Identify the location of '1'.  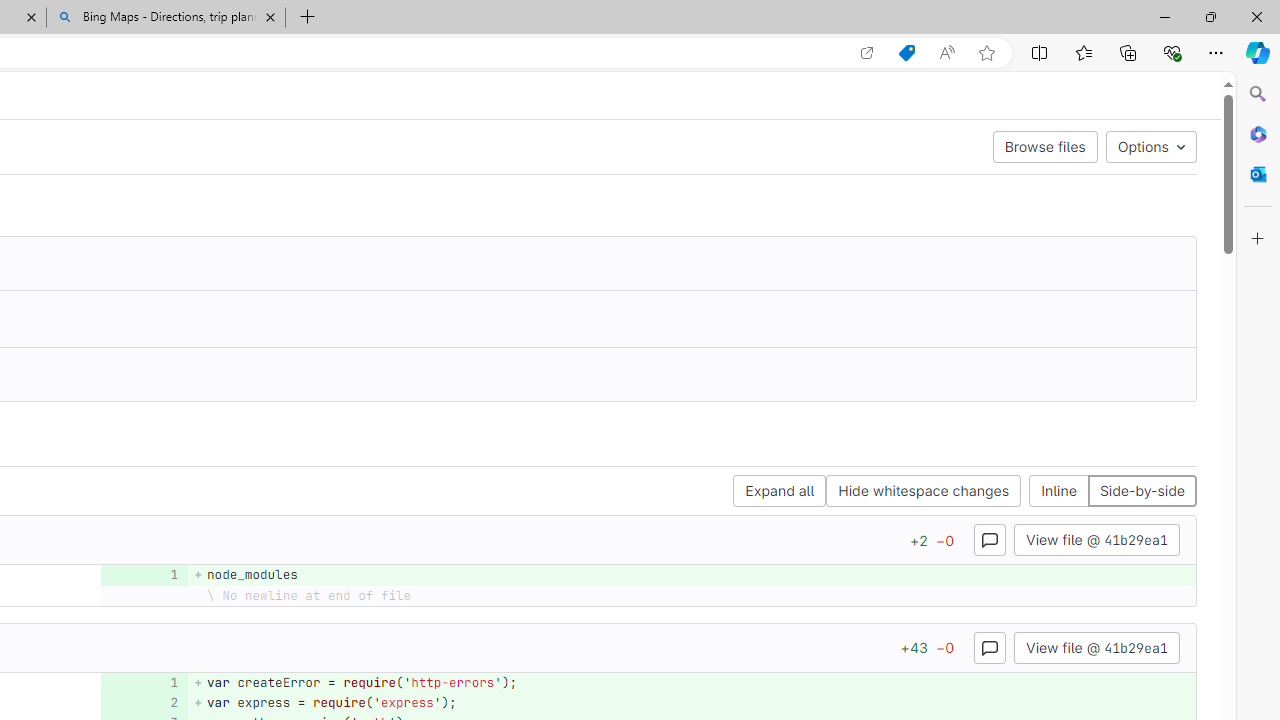
(141, 681).